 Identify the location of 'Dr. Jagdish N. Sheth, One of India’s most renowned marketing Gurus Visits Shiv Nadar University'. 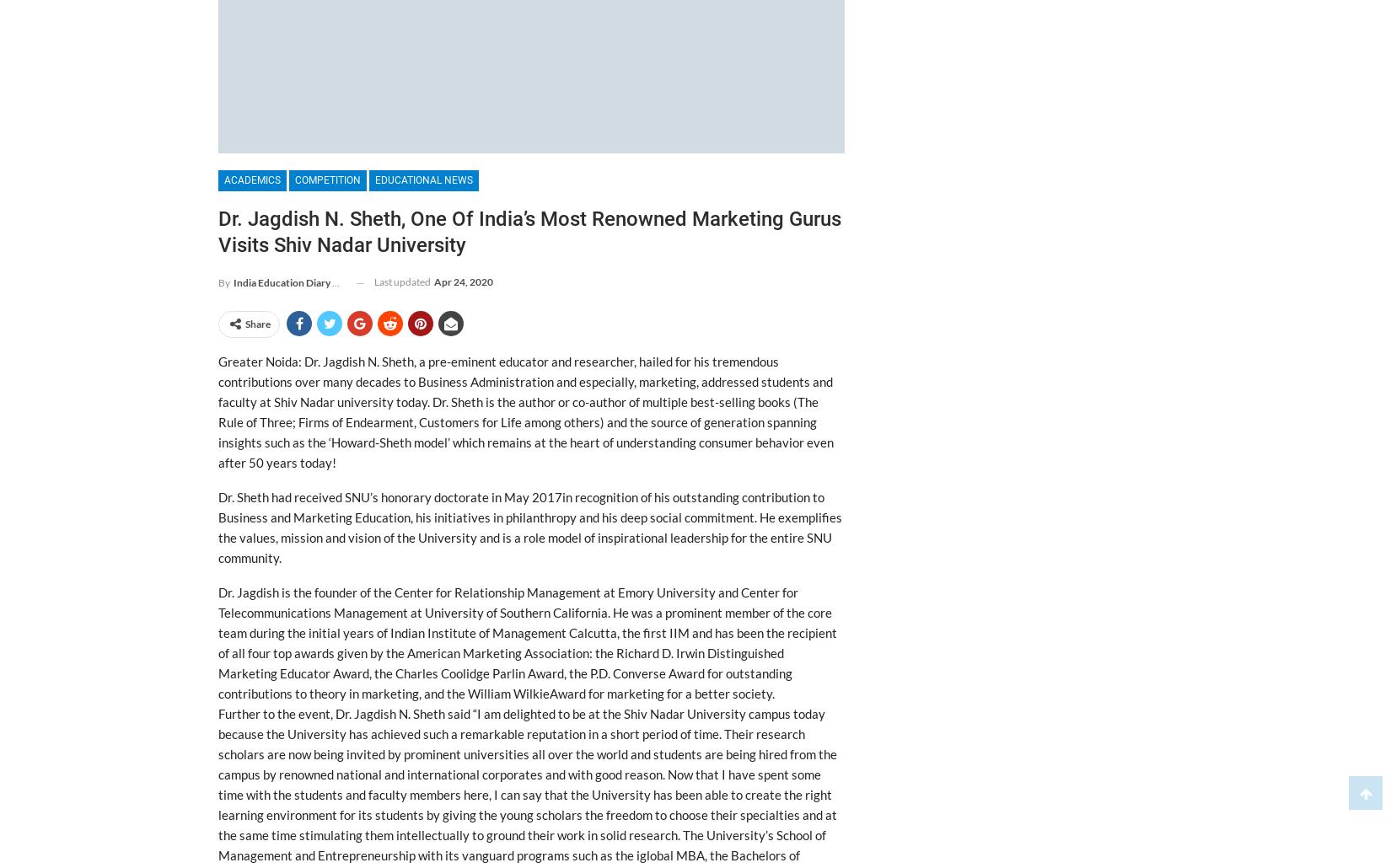
(529, 231).